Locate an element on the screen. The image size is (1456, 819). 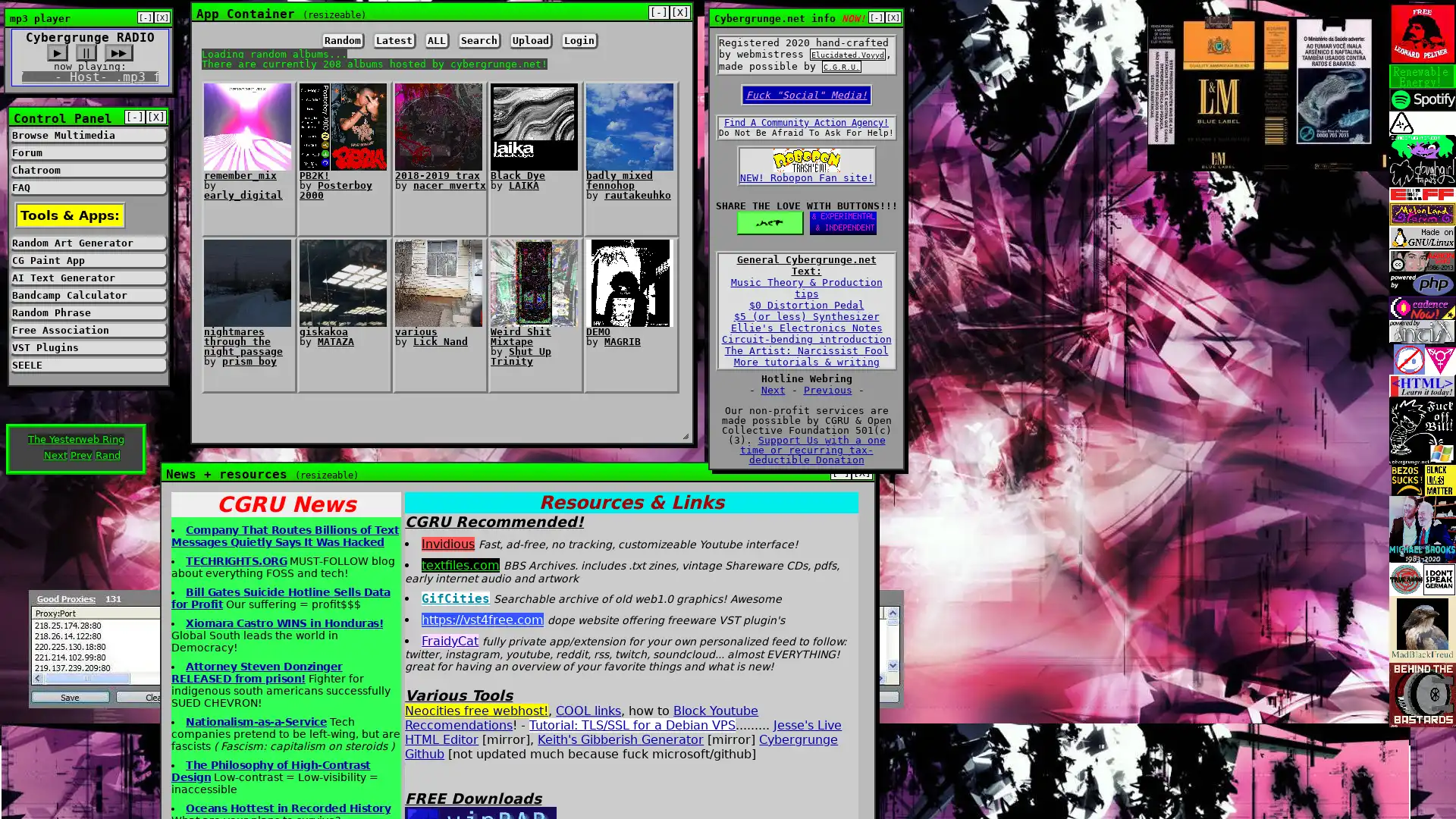
[X] is located at coordinates (156, 116).